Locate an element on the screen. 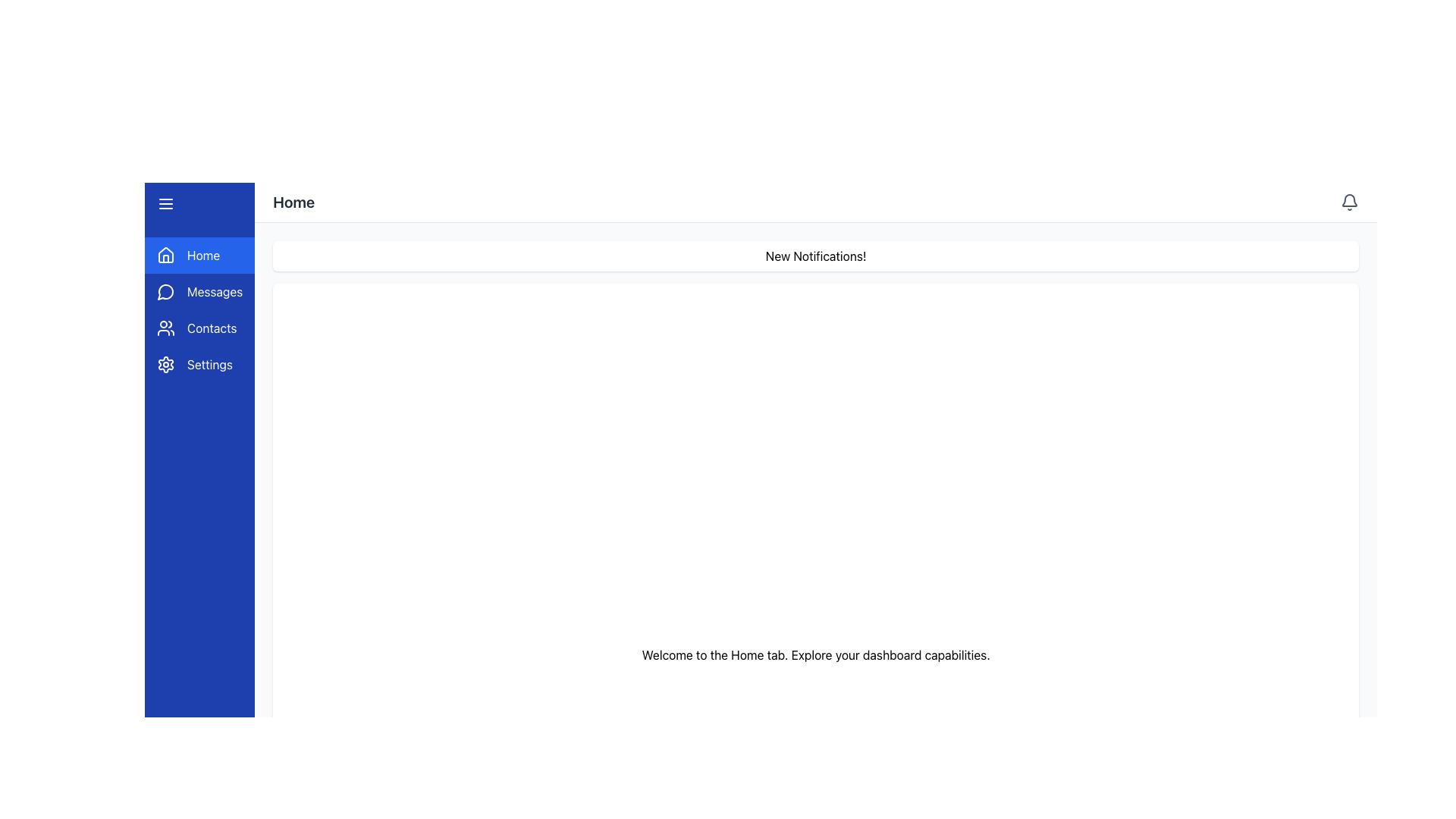 The image size is (1456, 819). the menu toggle icon in the blue sidebar is located at coordinates (166, 203).